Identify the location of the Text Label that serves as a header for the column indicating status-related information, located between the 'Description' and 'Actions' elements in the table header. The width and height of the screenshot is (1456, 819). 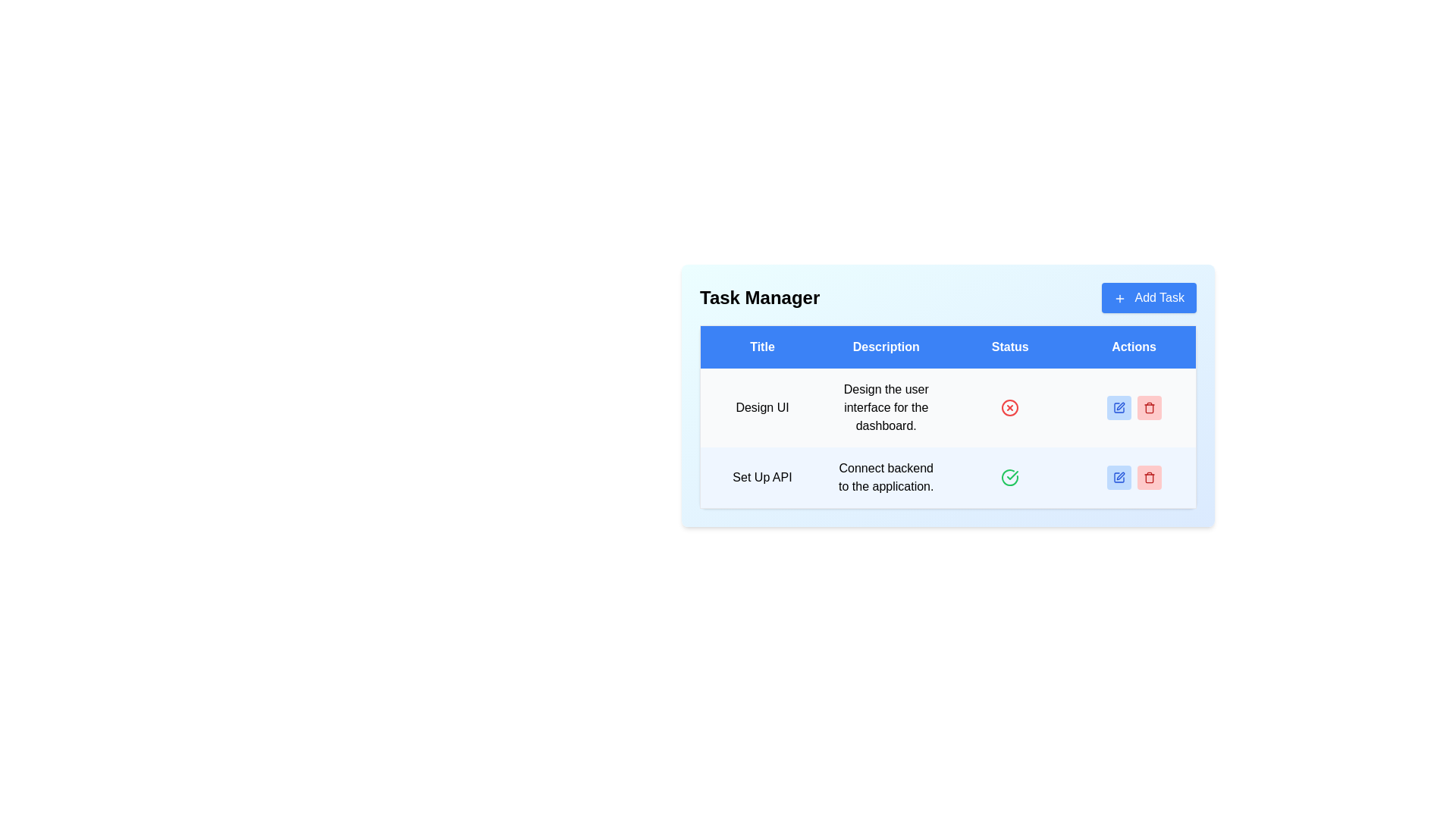
(1010, 347).